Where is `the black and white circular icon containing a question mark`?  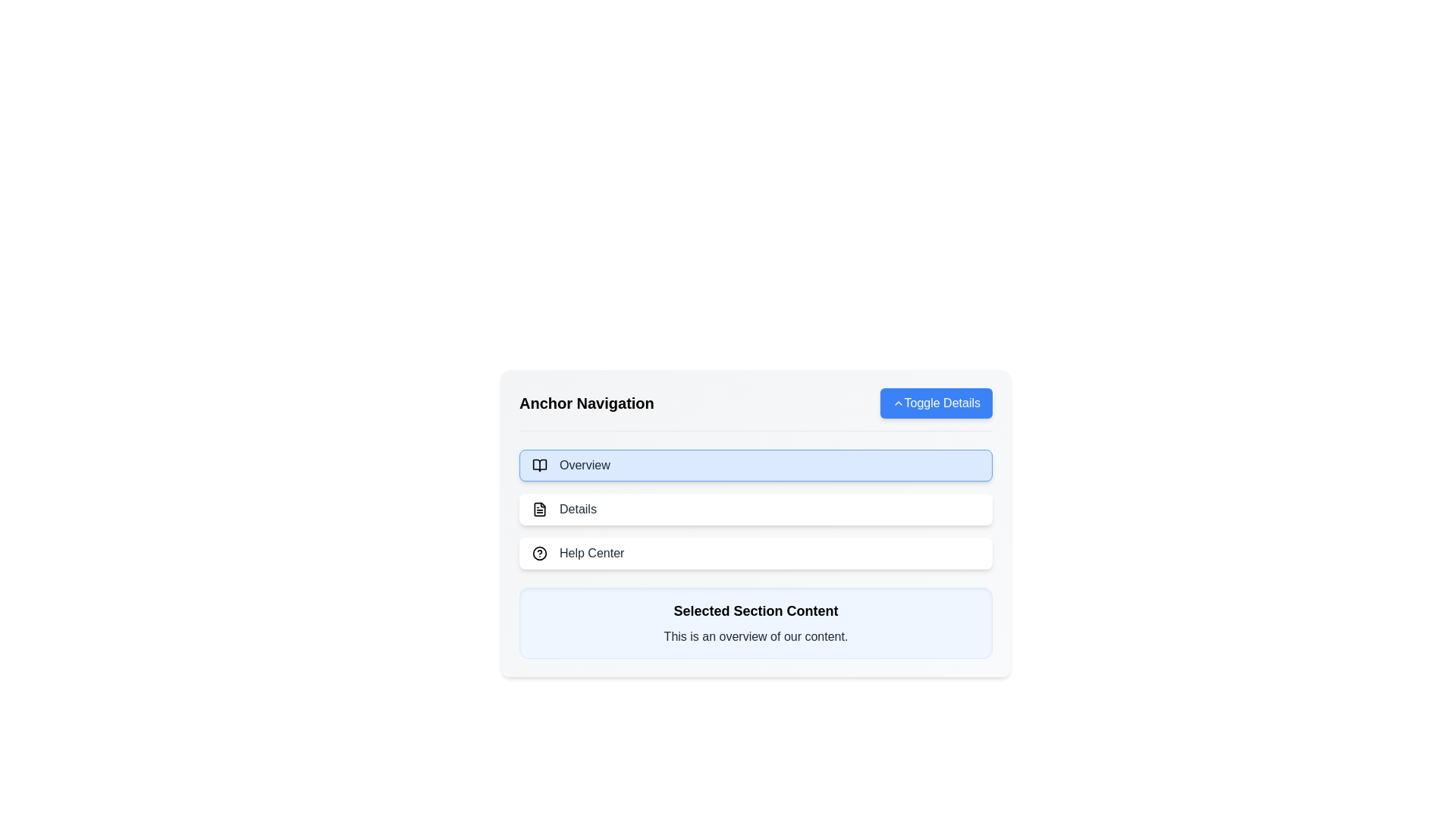 the black and white circular icon containing a question mark is located at coordinates (539, 553).